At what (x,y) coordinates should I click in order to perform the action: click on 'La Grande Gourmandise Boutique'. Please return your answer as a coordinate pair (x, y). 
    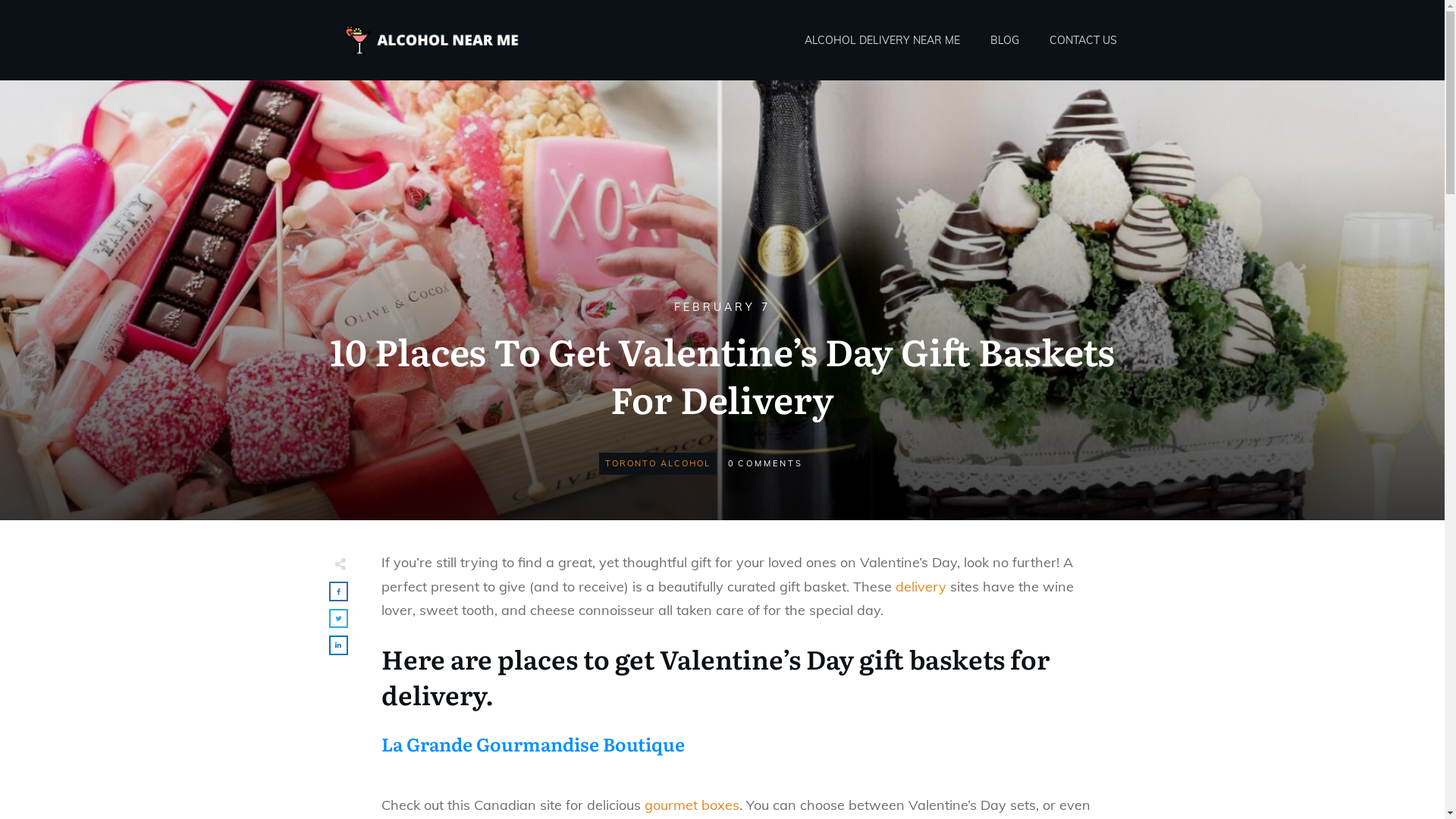
    Looking at the image, I should click on (532, 742).